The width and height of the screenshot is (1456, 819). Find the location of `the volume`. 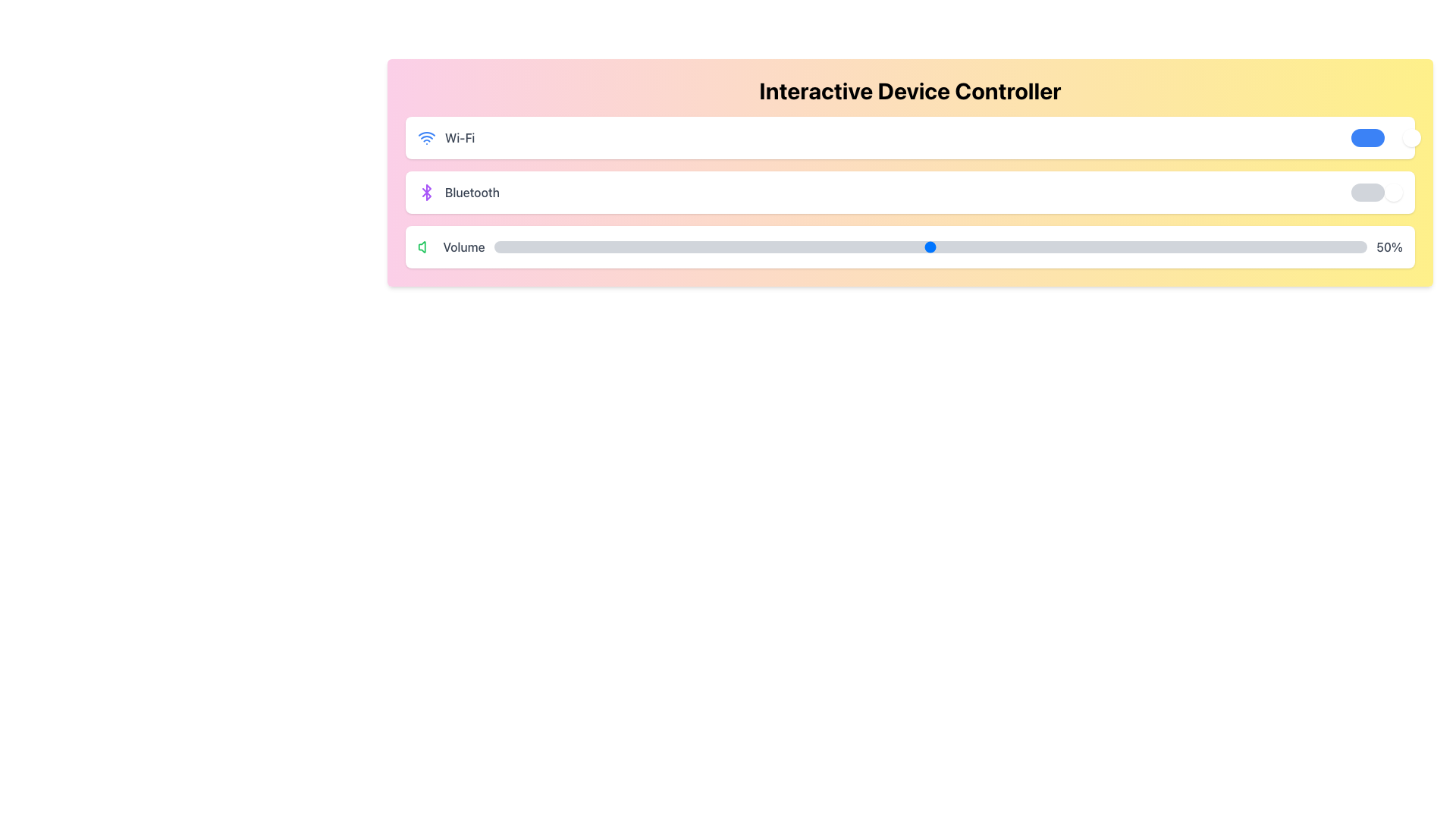

the volume is located at coordinates (799, 246).